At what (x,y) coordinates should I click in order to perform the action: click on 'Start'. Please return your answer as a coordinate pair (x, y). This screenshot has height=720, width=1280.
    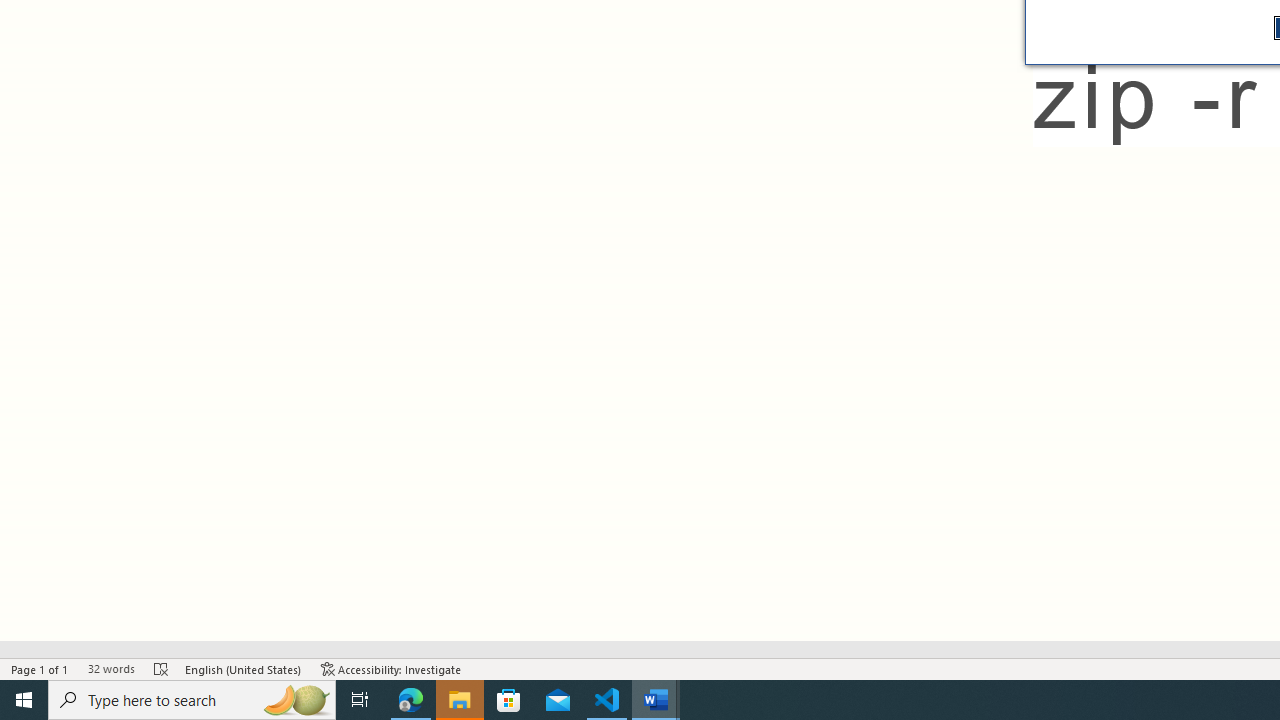
    Looking at the image, I should click on (24, 698).